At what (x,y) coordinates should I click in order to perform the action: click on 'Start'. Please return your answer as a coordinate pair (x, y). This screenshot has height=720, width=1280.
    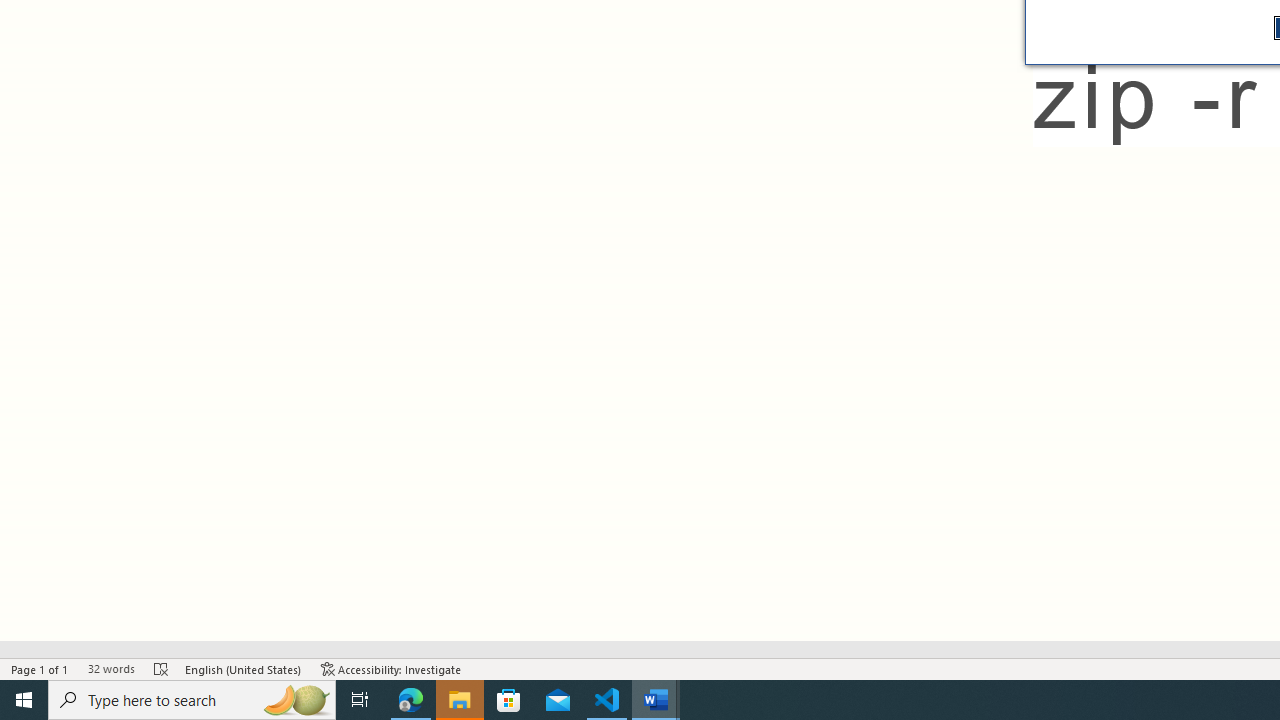
    Looking at the image, I should click on (24, 698).